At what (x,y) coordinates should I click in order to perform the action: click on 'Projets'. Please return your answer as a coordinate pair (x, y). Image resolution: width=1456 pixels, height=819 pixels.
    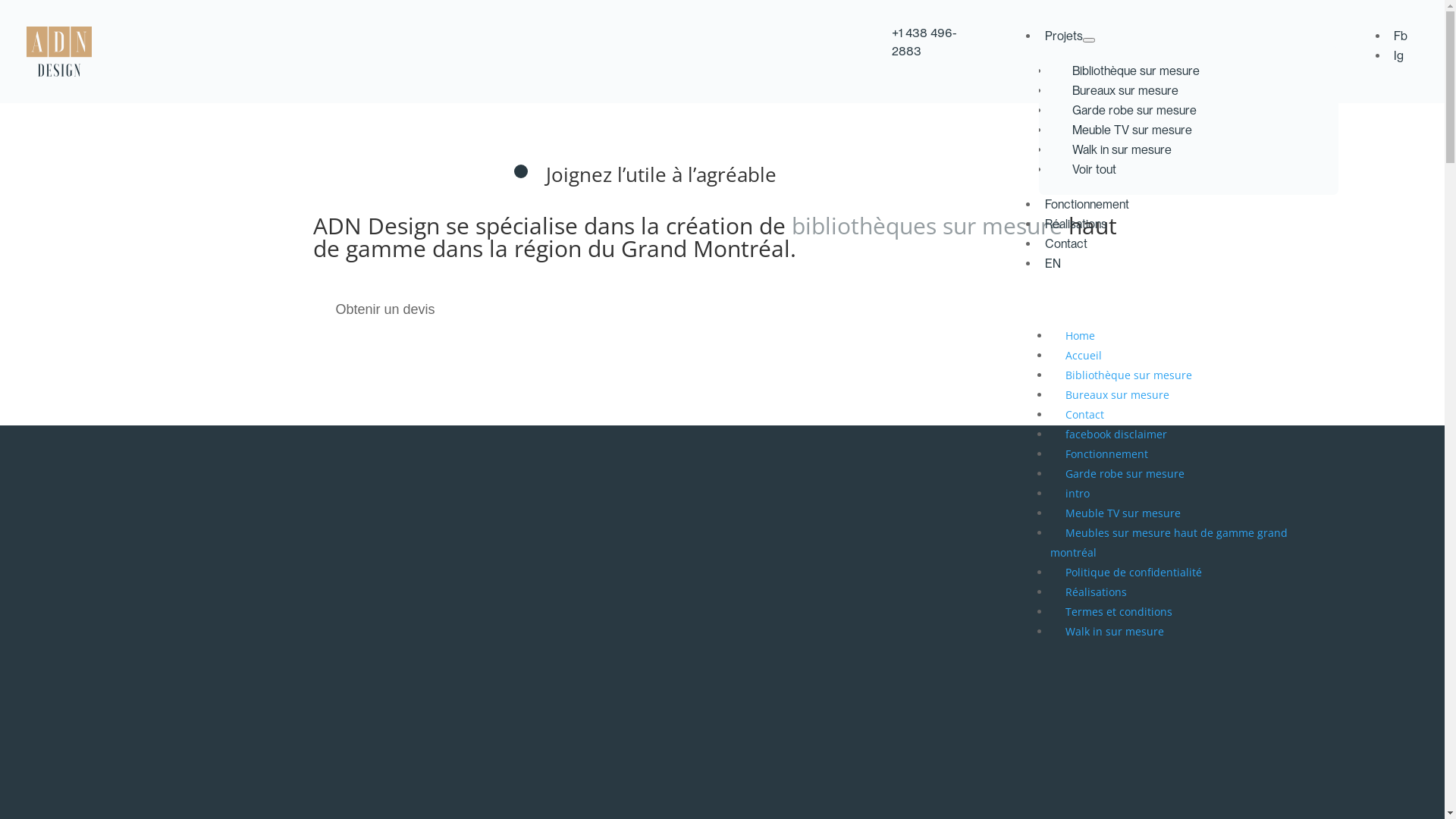
    Looking at the image, I should click on (1068, 39).